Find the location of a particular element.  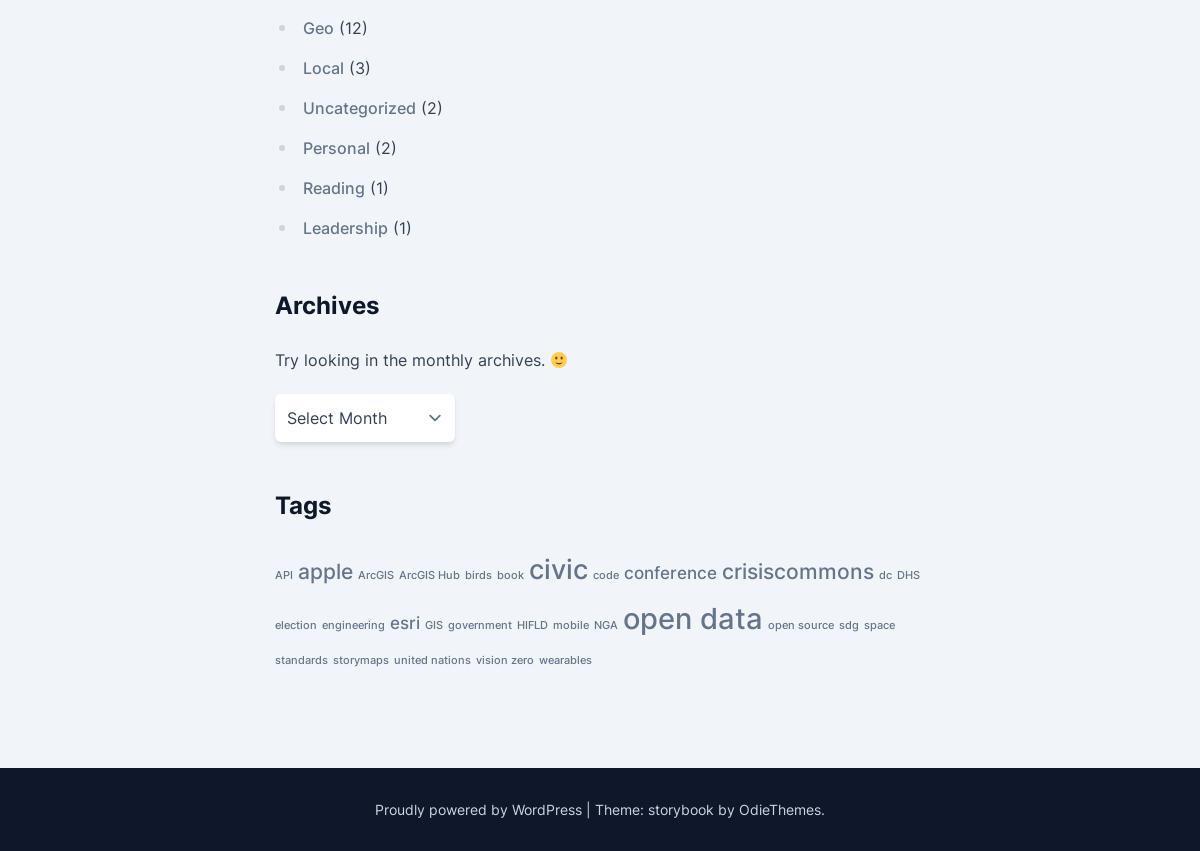

'OdieThemes' is located at coordinates (779, 808).